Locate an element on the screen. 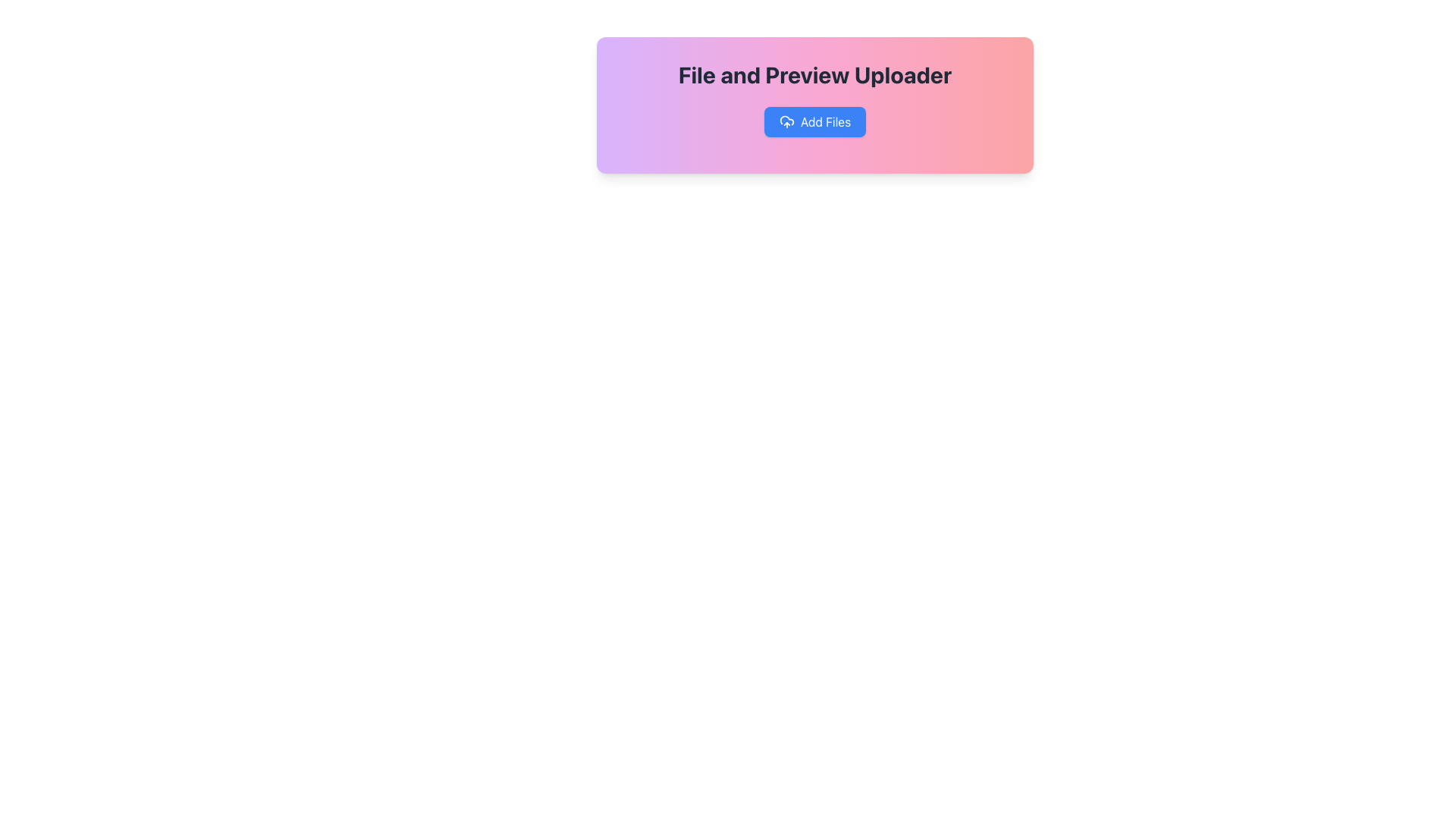  the 'Add Files' button located in the lower half of the card-like component is located at coordinates (825, 121).